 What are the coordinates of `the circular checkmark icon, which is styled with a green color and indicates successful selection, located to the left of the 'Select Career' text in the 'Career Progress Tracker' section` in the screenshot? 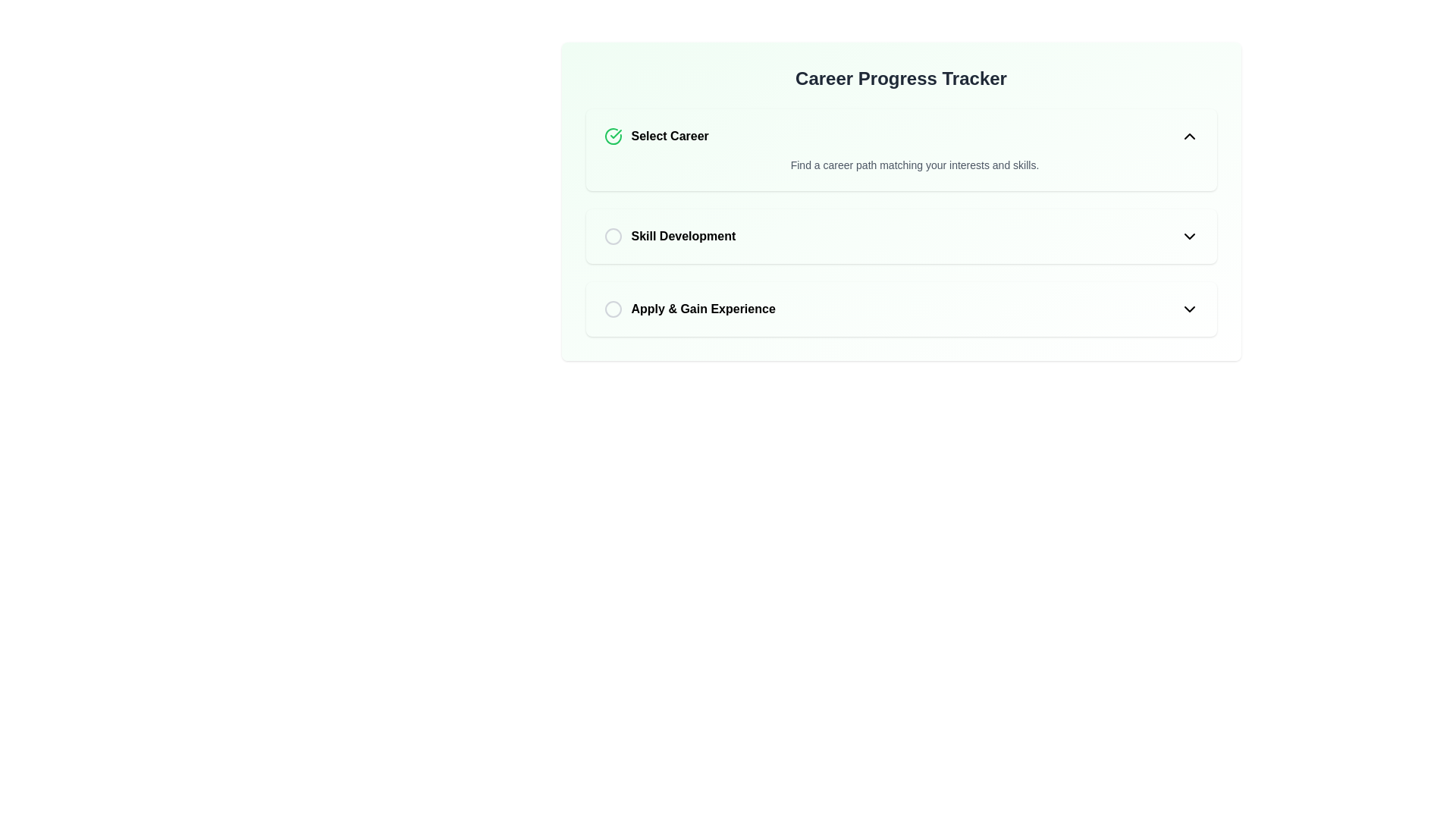 It's located at (613, 136).